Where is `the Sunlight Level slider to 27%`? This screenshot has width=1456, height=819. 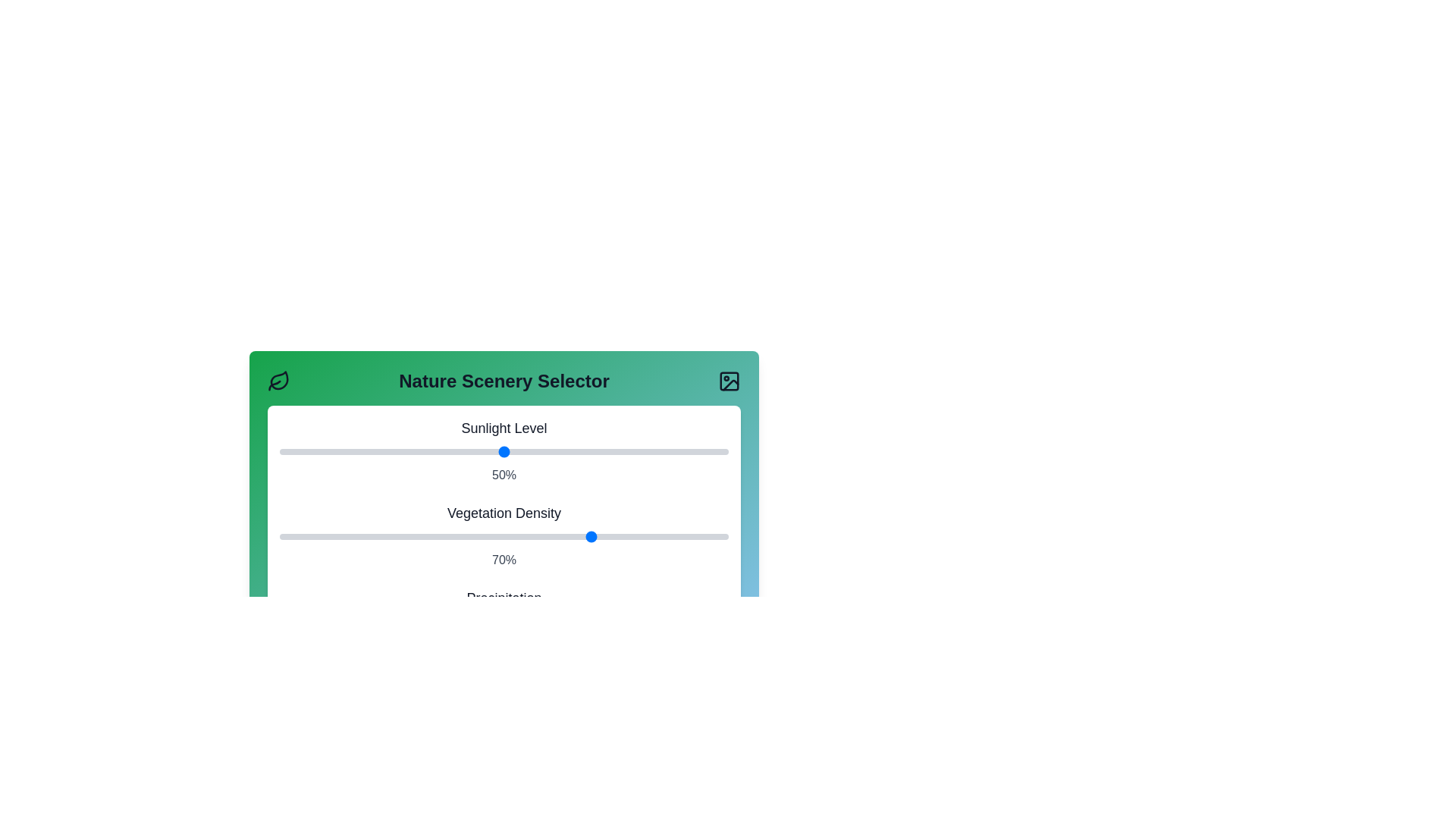
the Sunlight Level slider to 27% is located at coordinates (400, 451).